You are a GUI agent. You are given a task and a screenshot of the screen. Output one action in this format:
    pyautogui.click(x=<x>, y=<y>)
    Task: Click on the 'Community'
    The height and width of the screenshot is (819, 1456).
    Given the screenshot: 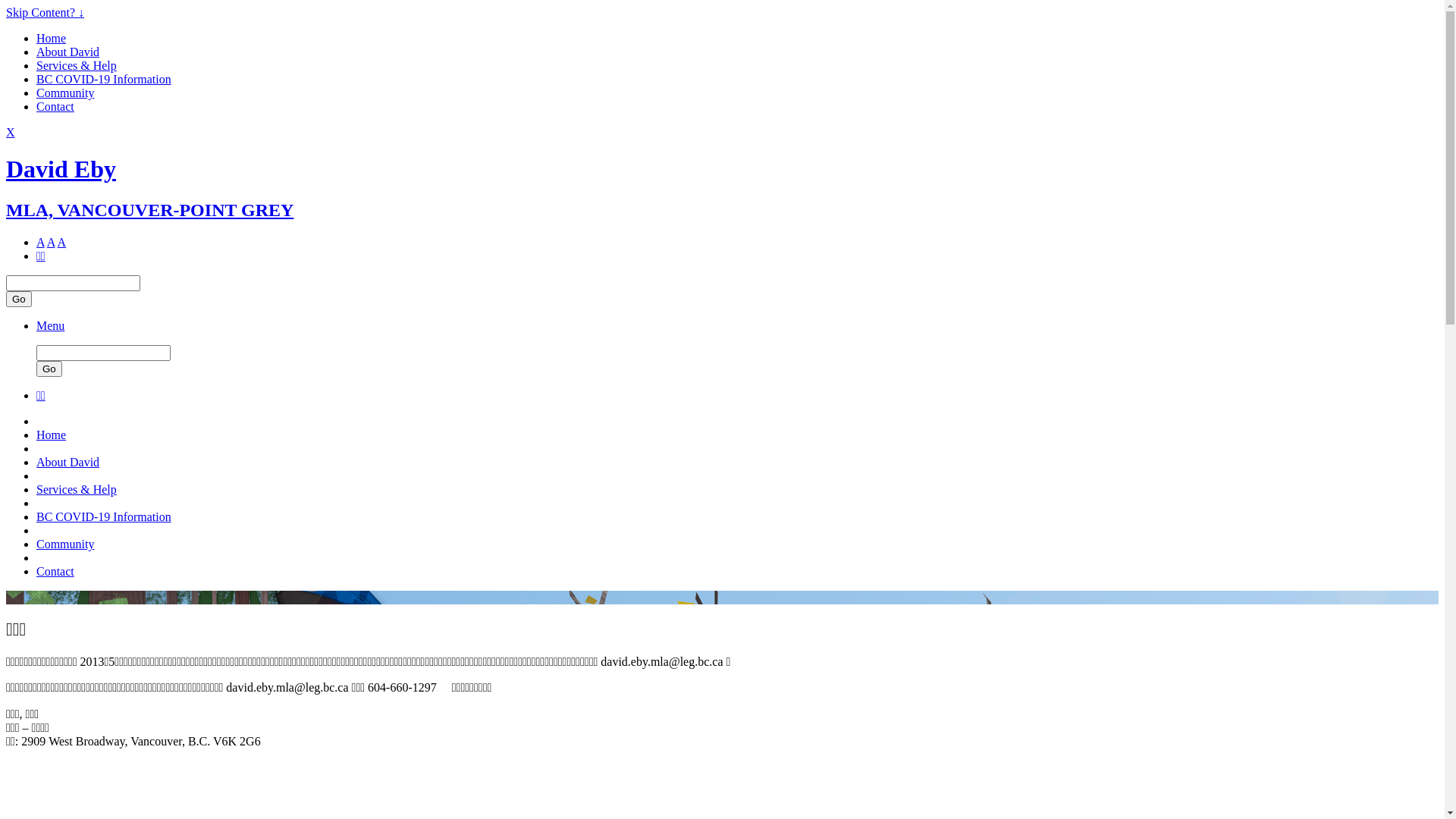 What is the action you would take?
    pyautogui.click(x=36, y=543)
    